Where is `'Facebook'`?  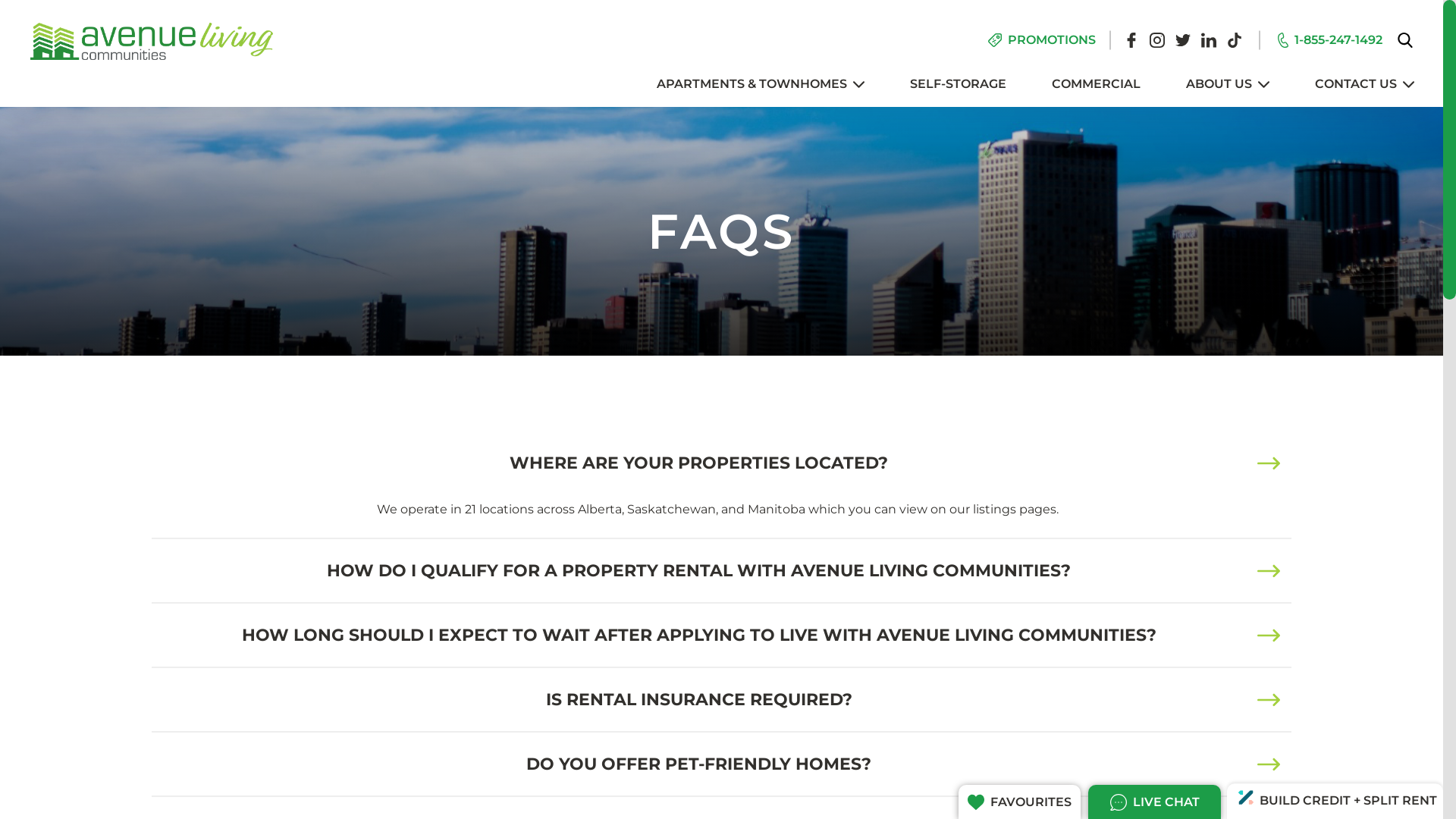 'Facebook' is located at coordinates (1131, 39).